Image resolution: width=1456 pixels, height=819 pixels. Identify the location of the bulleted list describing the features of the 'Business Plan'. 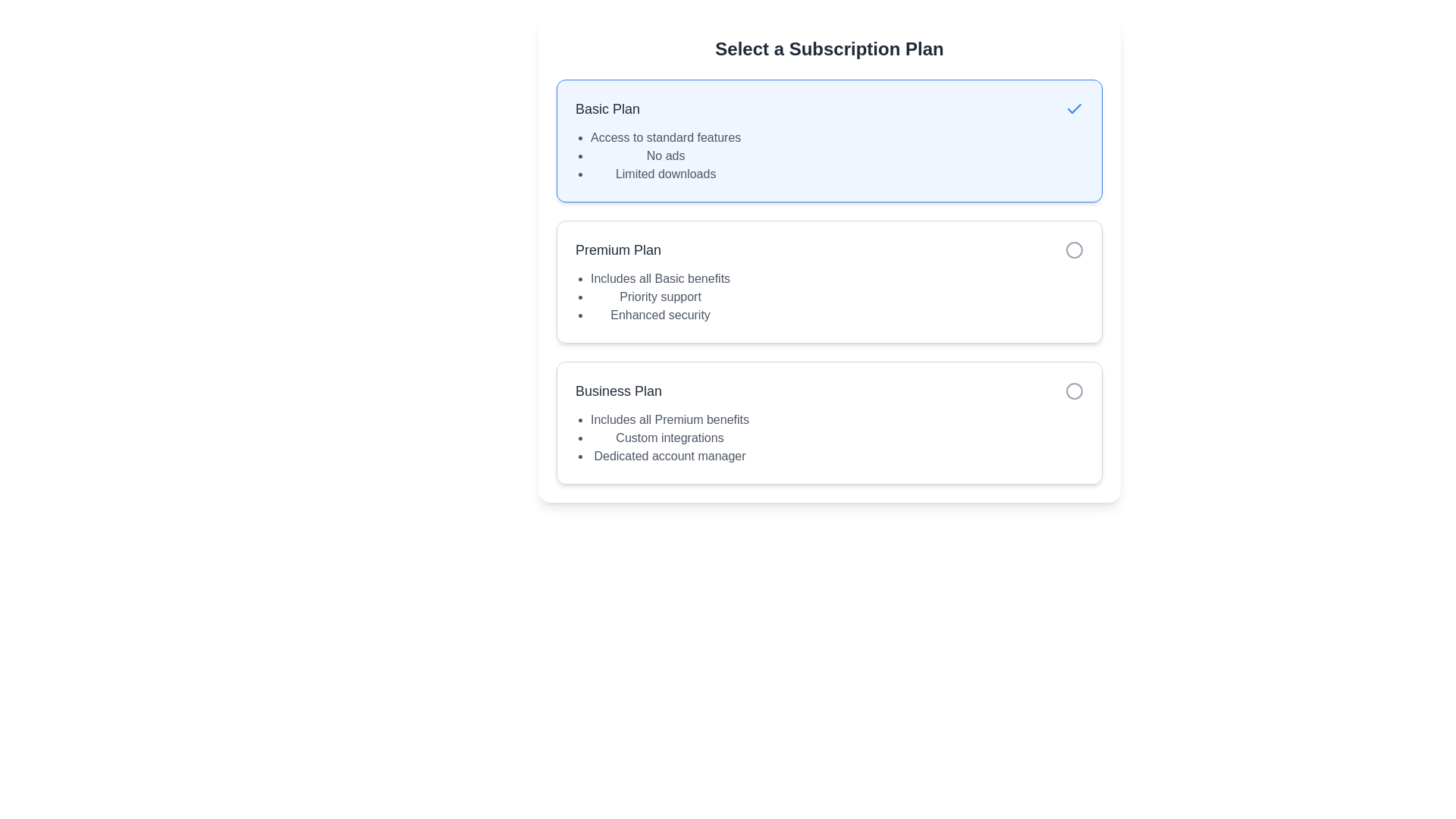
(662, 438).